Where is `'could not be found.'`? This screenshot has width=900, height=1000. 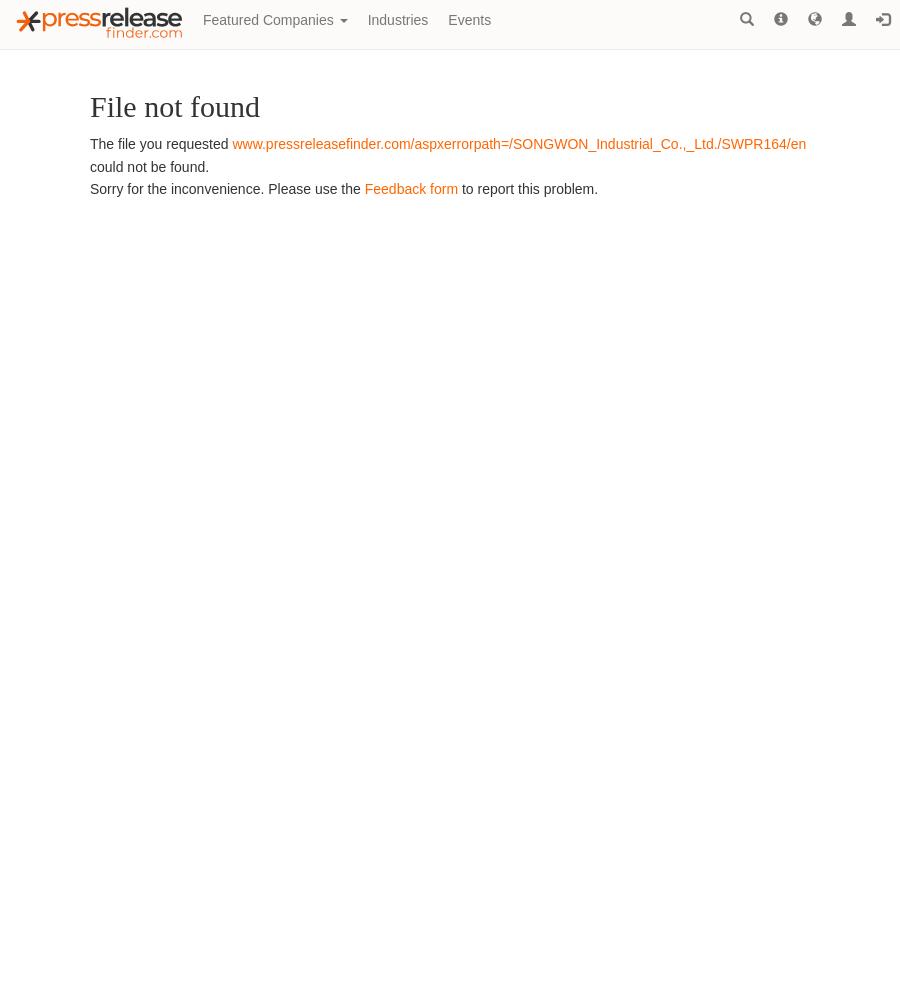
'could not be found.' is located at coordinates (149, 166).